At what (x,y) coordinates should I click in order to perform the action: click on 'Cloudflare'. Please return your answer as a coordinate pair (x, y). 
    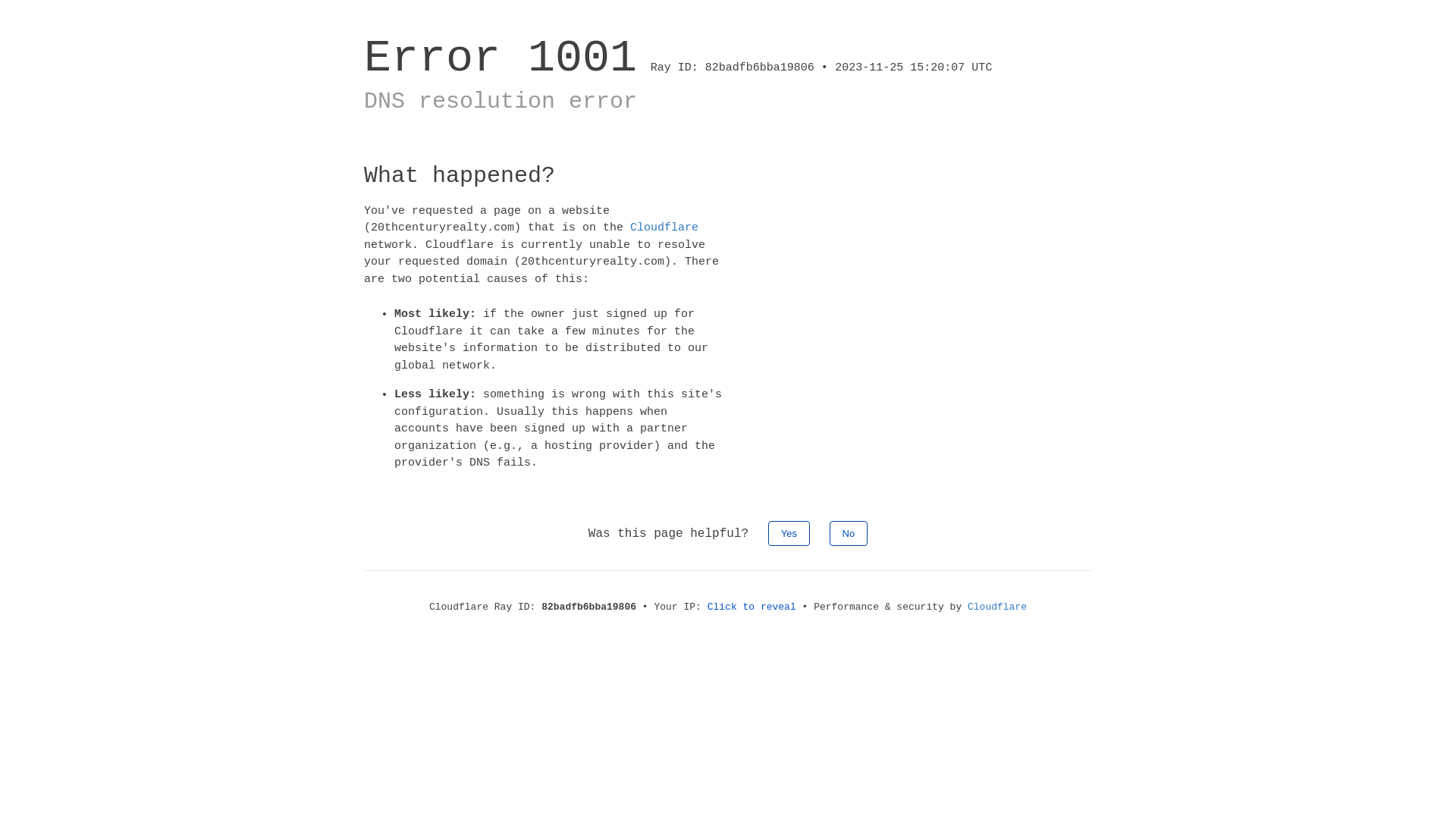
    Looking at the image, I should click on (629, 227).